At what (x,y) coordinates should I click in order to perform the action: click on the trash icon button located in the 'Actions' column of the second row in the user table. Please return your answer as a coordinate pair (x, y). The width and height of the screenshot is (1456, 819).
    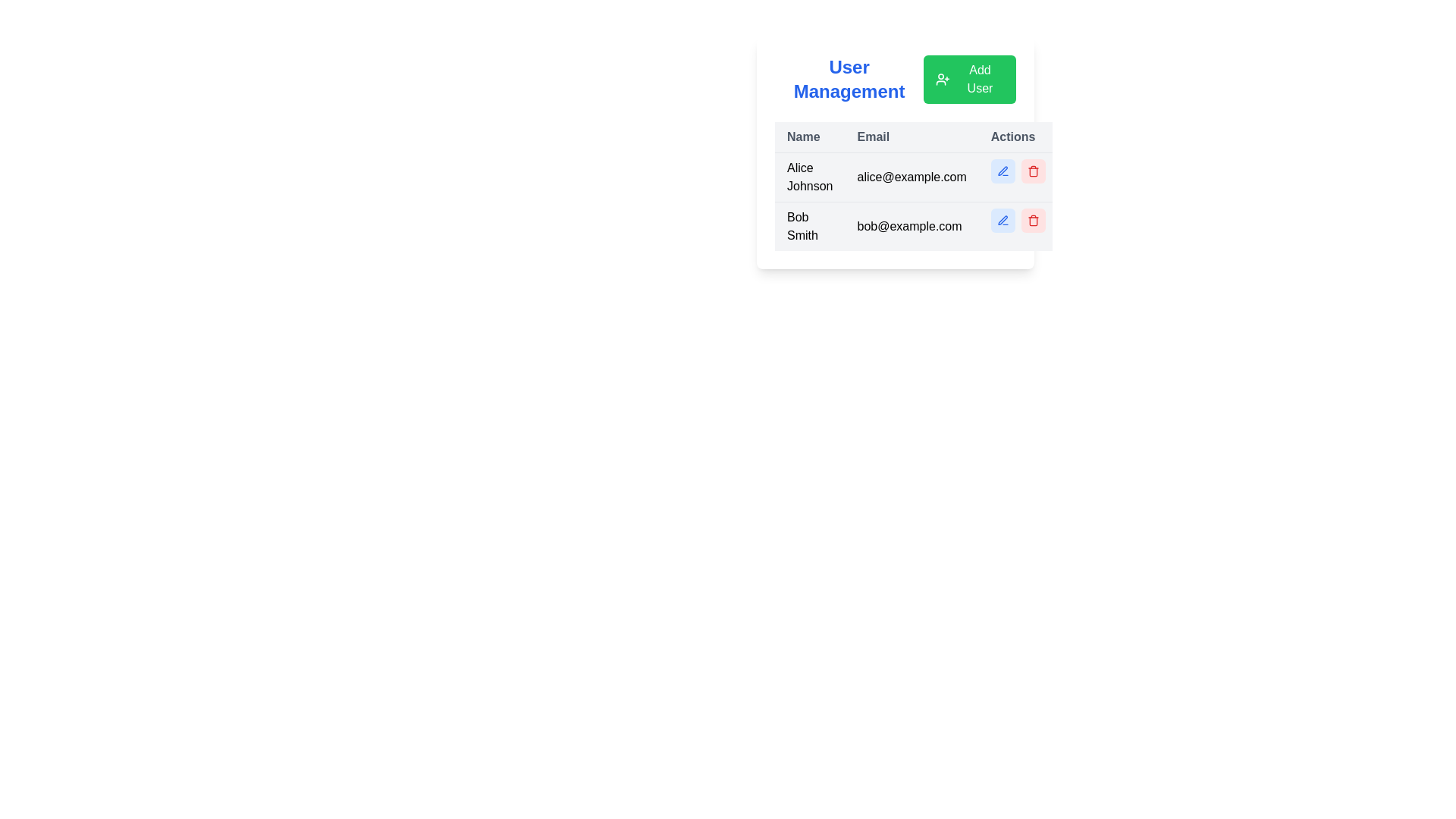
    Looking at the image, I should click on (1032, 220).